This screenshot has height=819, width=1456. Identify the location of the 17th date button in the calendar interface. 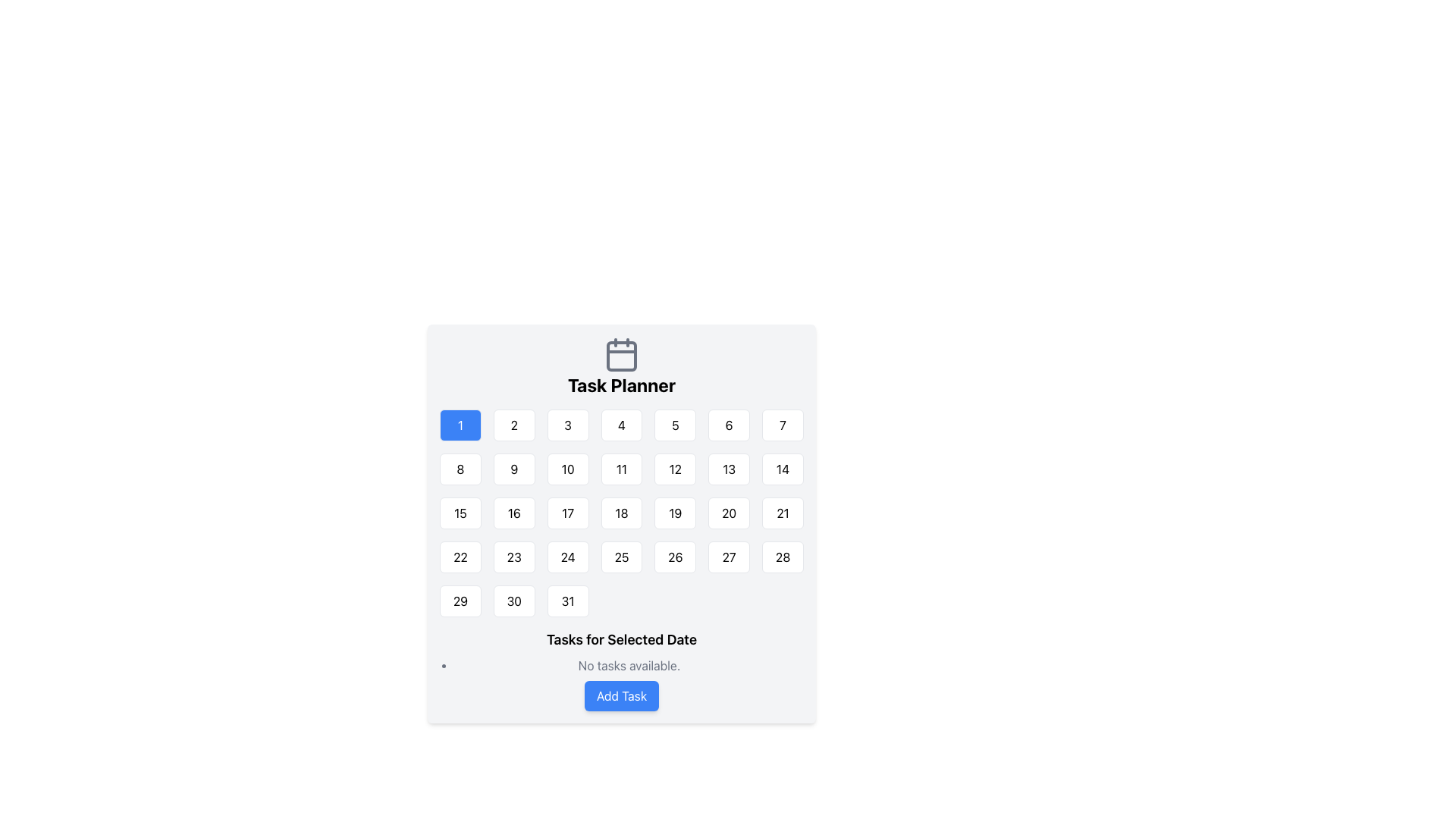
(567, 513).